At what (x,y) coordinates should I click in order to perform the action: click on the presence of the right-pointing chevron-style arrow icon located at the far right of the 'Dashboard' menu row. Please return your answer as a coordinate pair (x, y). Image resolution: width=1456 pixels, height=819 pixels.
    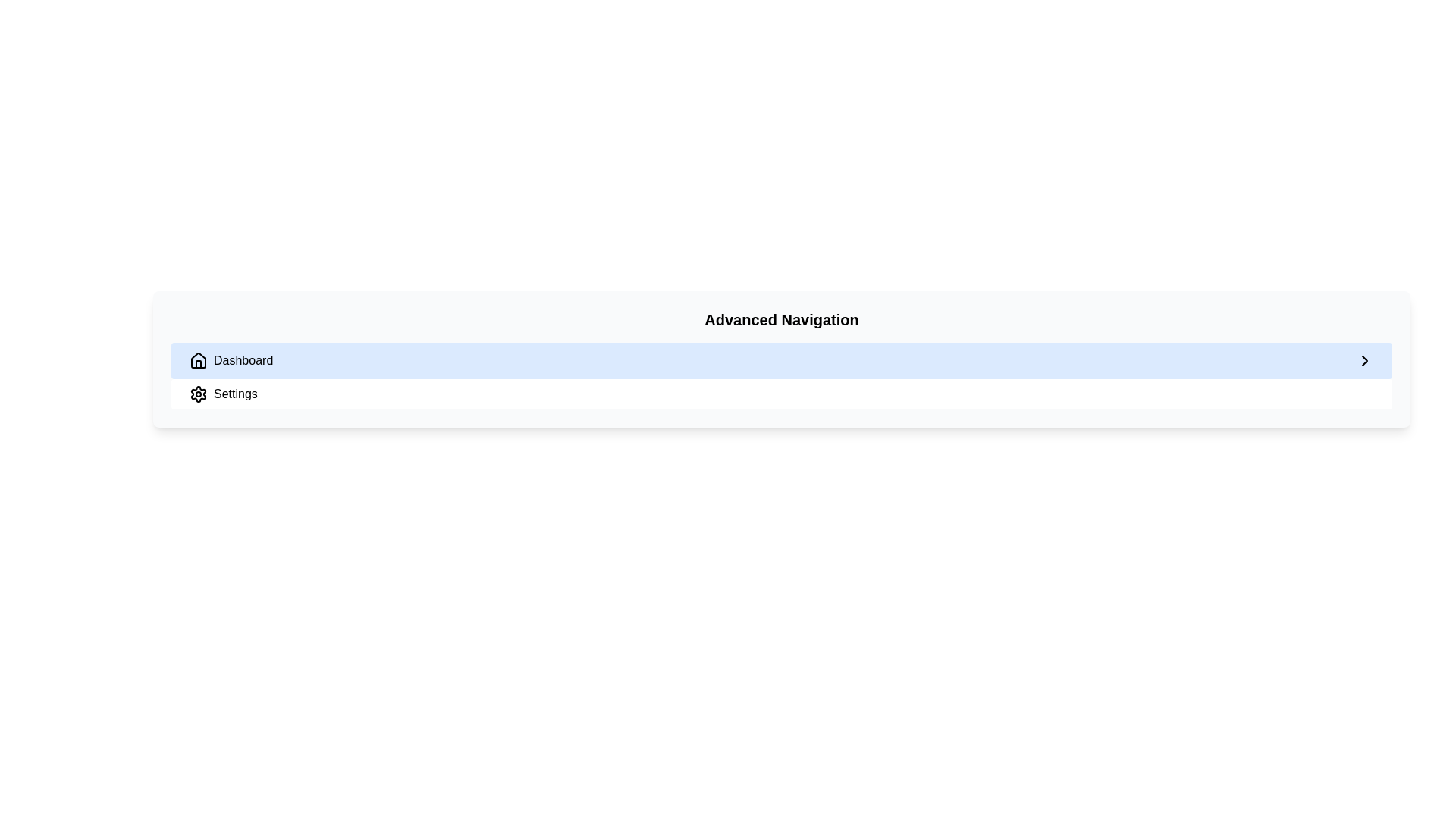
    Looking at the image, I should click on (1365, 360).